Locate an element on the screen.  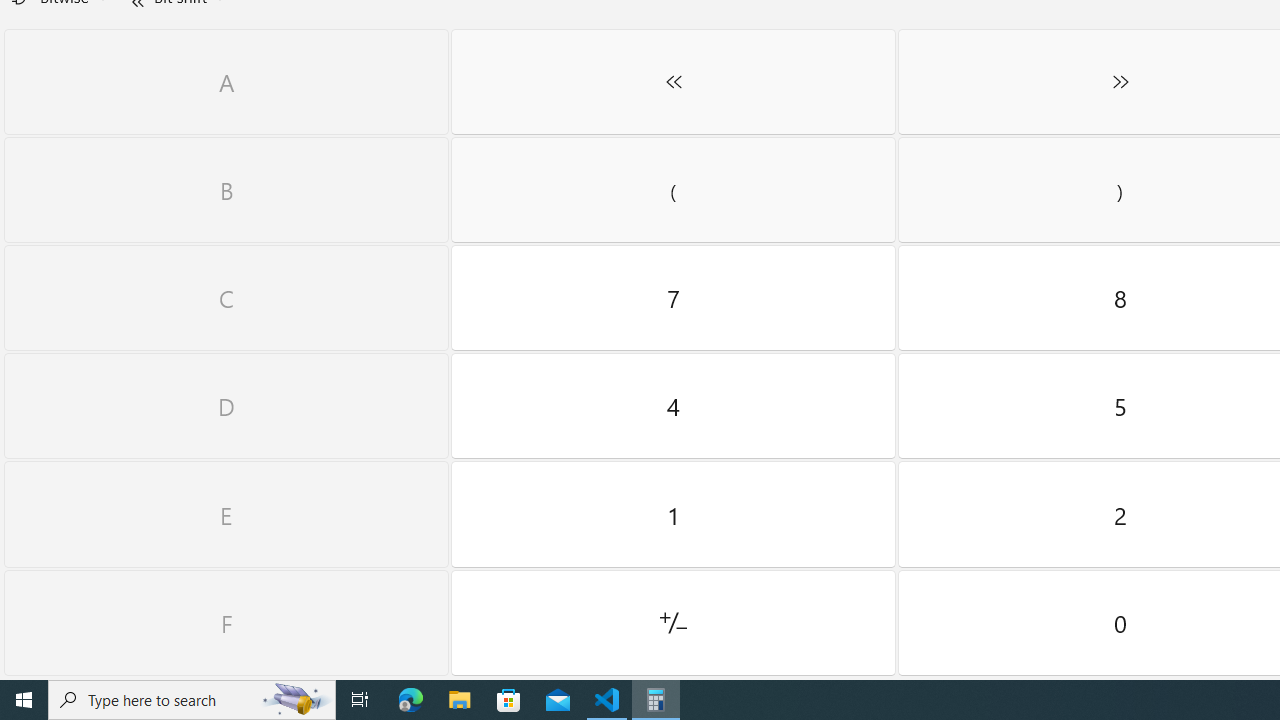
'C' is located at coordinates (226, 298).